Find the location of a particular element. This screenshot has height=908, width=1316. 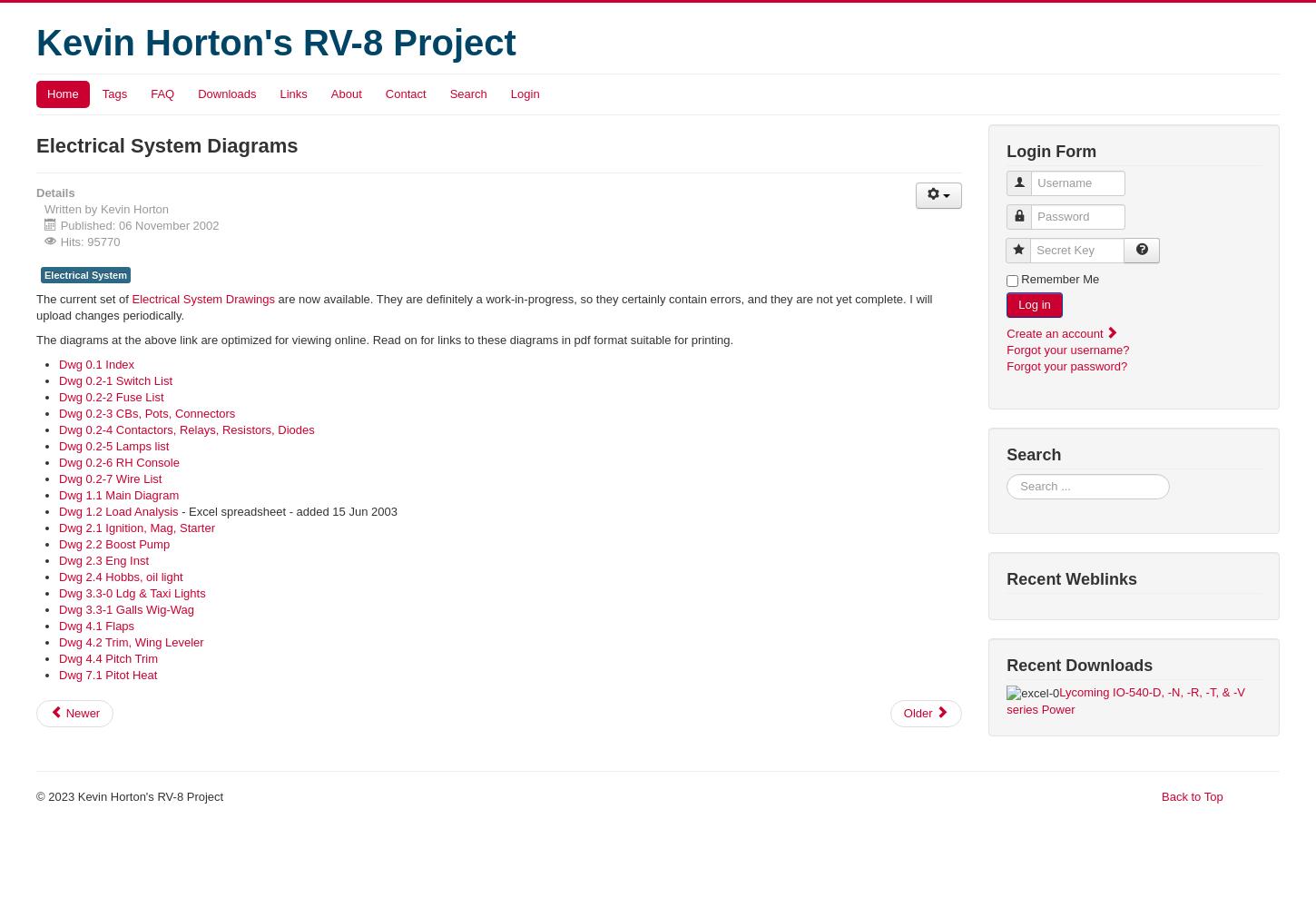

'Remember Me' is located at coordinates (1058, 279).